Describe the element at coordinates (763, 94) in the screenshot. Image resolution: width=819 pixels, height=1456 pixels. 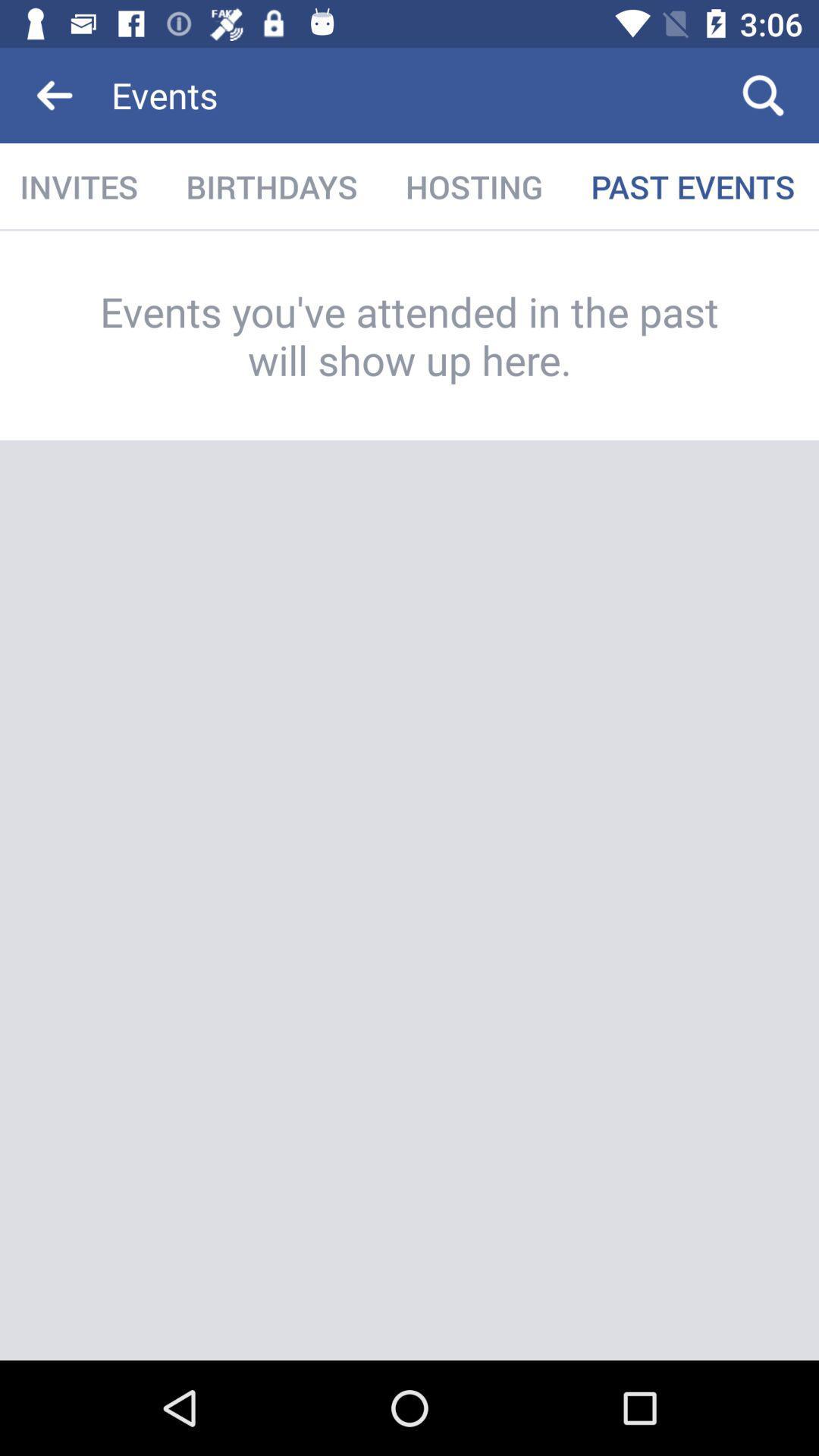
I see `item above the past events item` at that location.